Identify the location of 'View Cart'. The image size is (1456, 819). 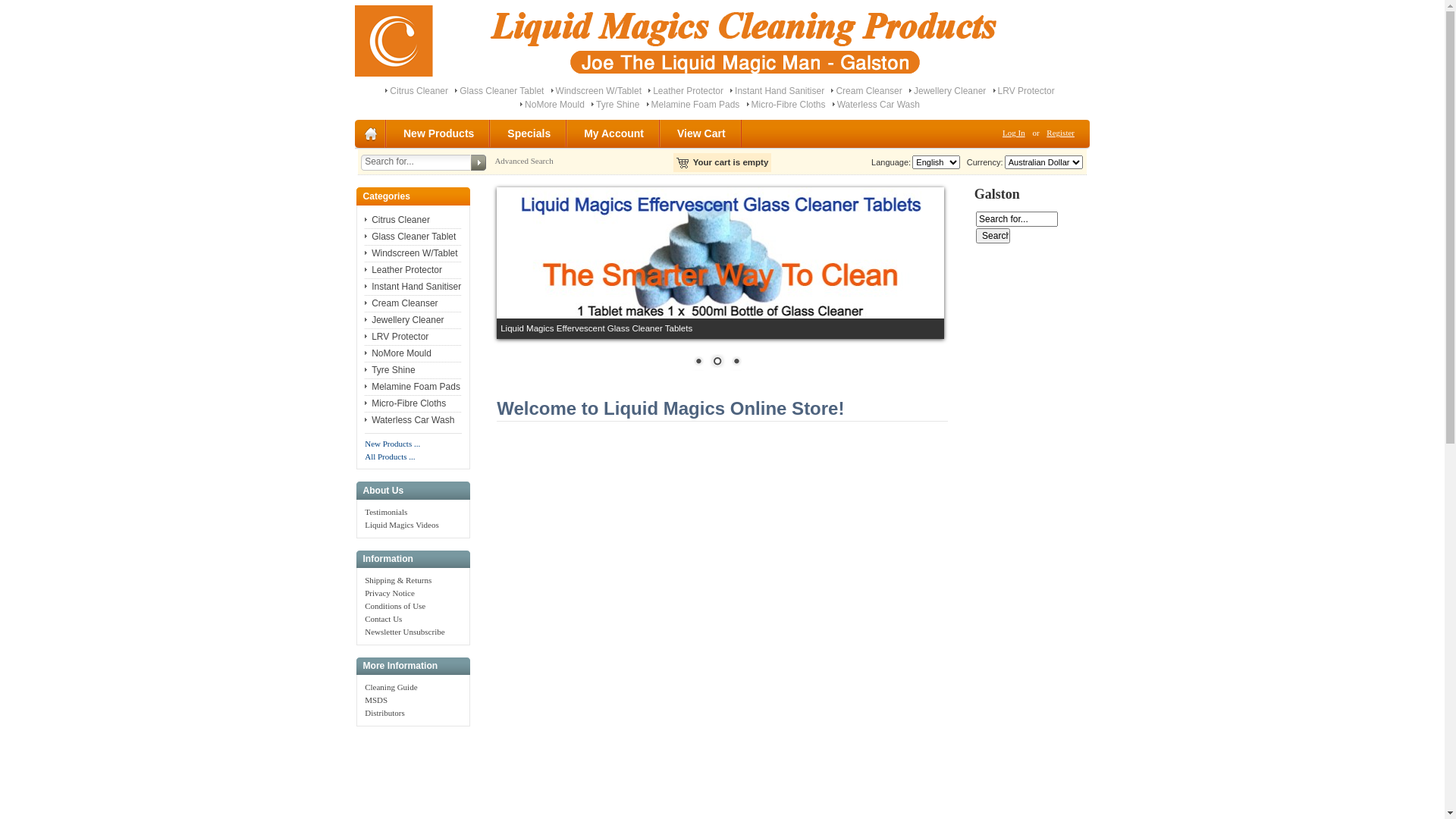
(701, 133).